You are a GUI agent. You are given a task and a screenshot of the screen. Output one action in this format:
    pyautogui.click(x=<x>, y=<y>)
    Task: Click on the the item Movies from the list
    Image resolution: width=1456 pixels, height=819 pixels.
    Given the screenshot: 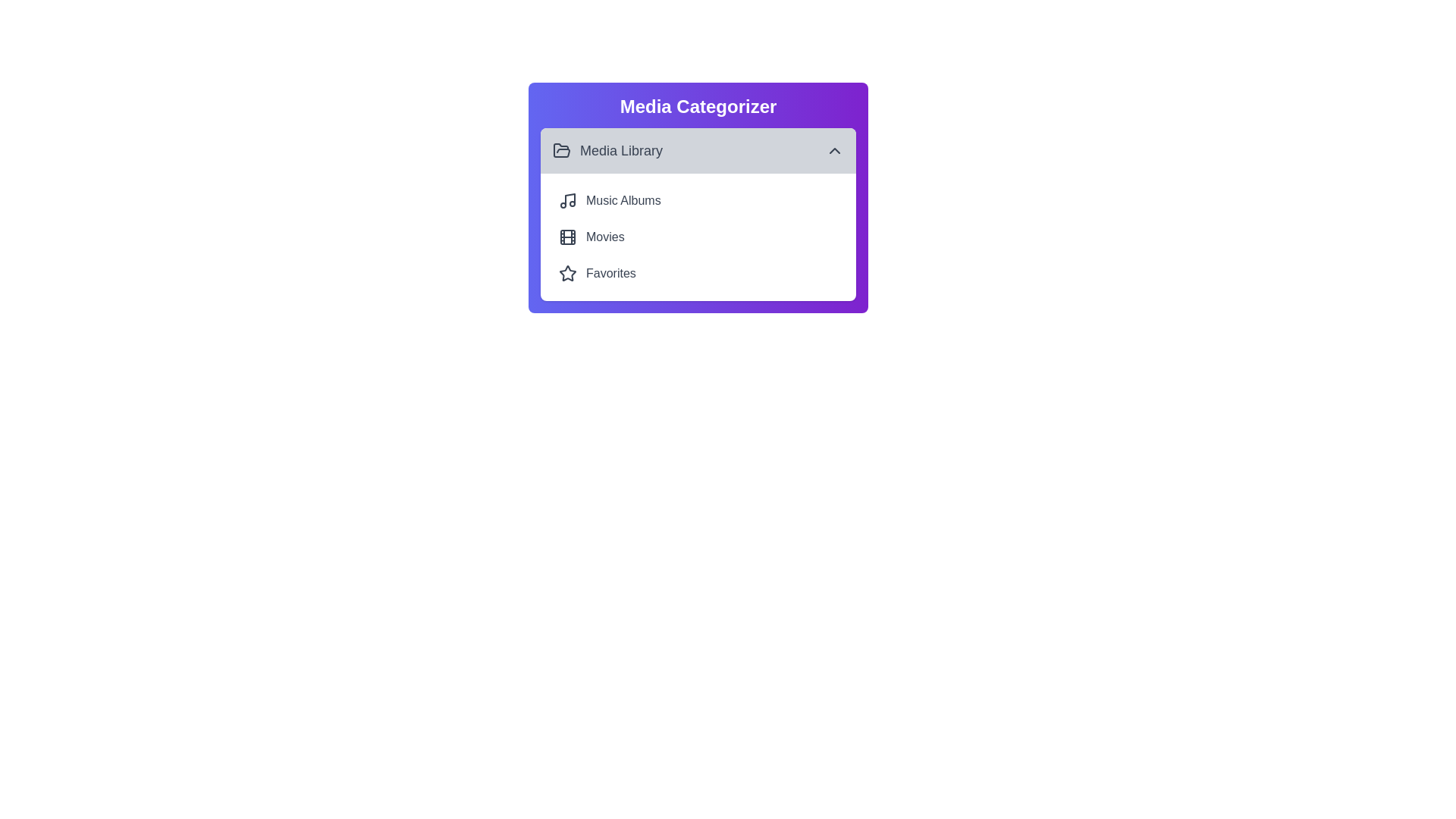 What is the action you would take?
    pyautogui.click(x=698, y=237)
    